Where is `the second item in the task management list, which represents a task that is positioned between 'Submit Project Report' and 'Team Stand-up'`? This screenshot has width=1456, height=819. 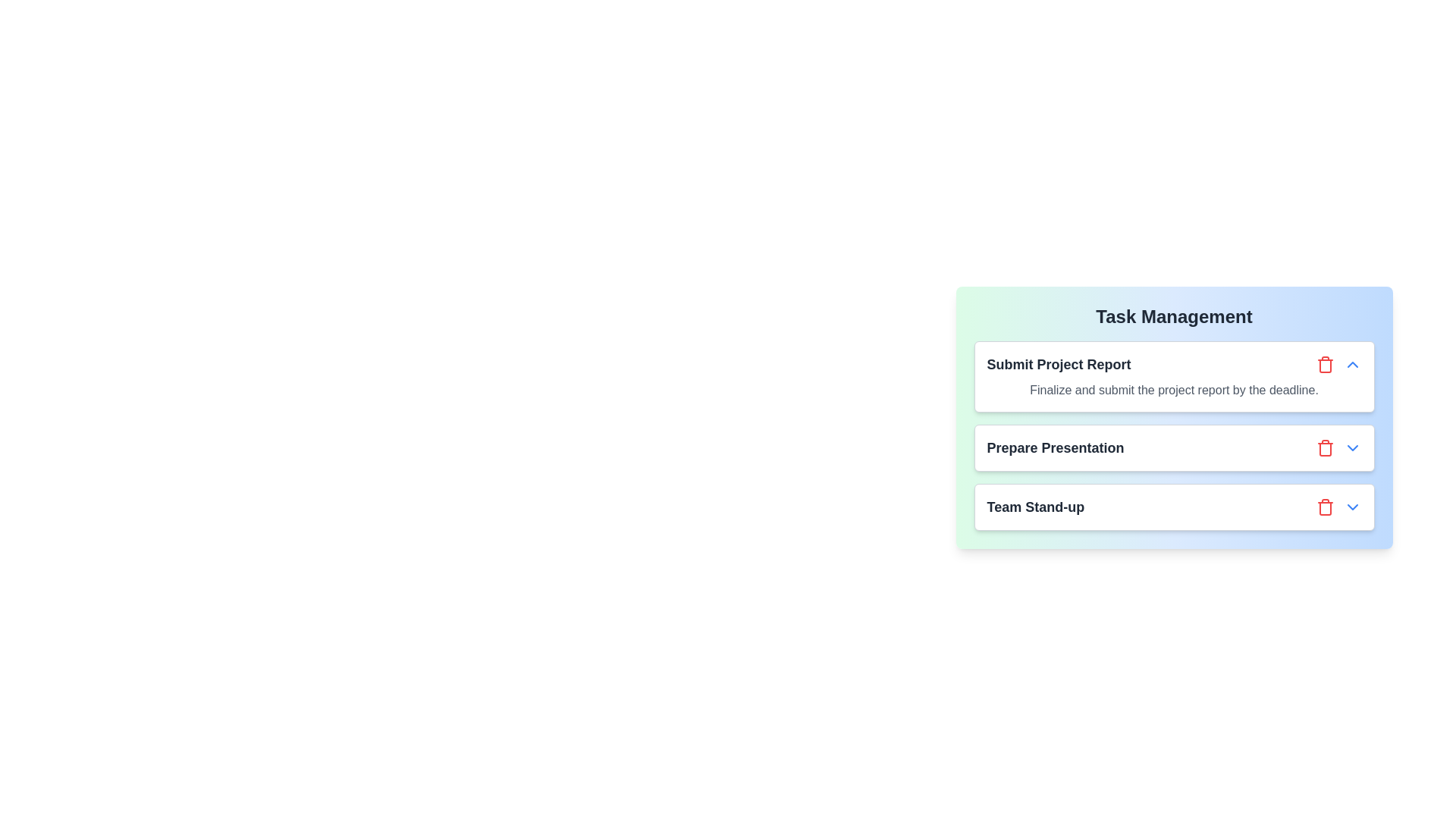 the second item in the task management list, which represents a task that is positioned between 'Submit Project Report' and 'Team Stand-up' is located at coordinates (1173, 435).